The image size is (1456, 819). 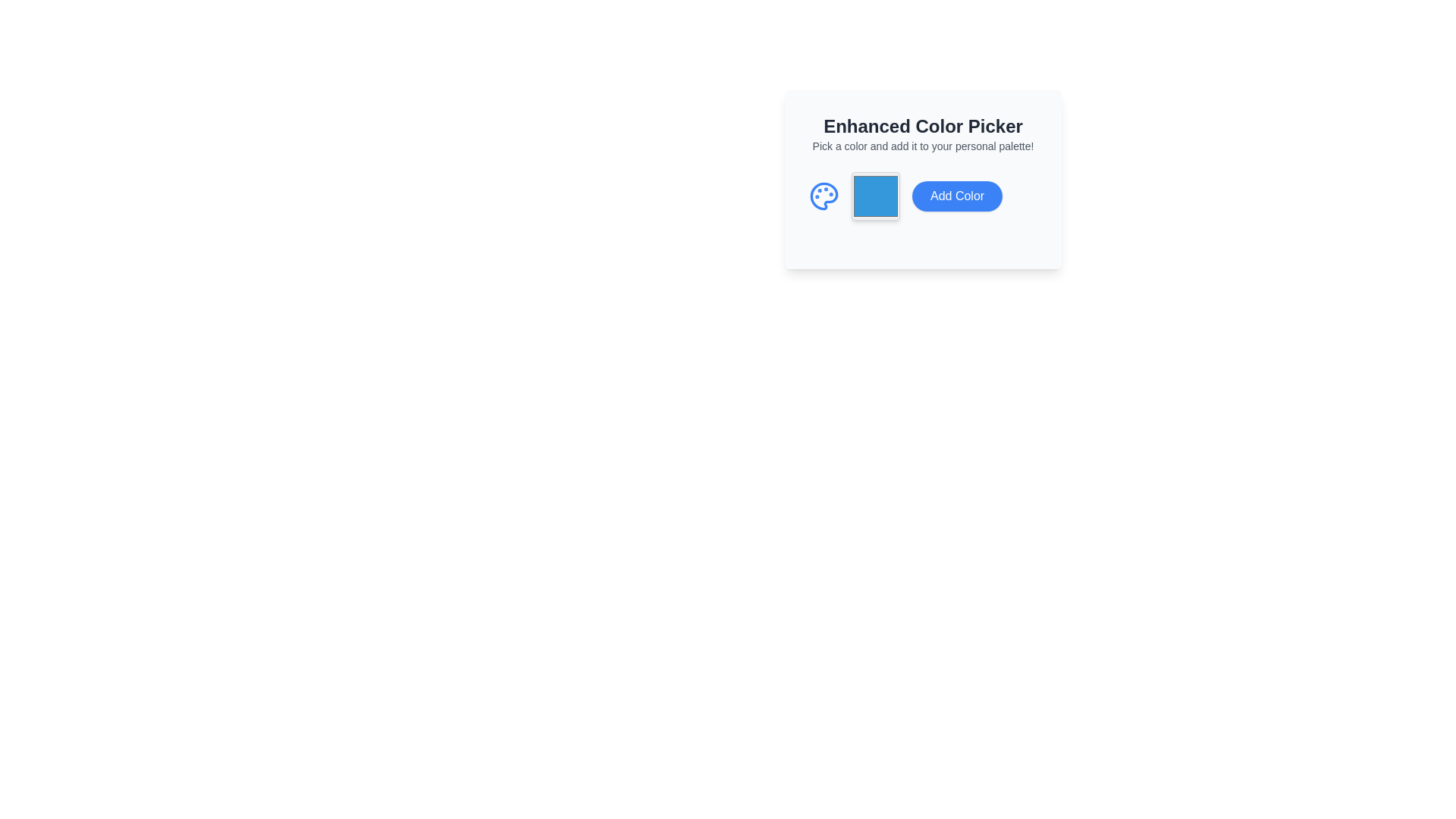 What do you see at coordinates (922, 133) in the screenshot?
I see `the title and subtitle text block that provides context and instructions for the color picker tool, located at the top-center of the section` at bounding box center [922, 133].